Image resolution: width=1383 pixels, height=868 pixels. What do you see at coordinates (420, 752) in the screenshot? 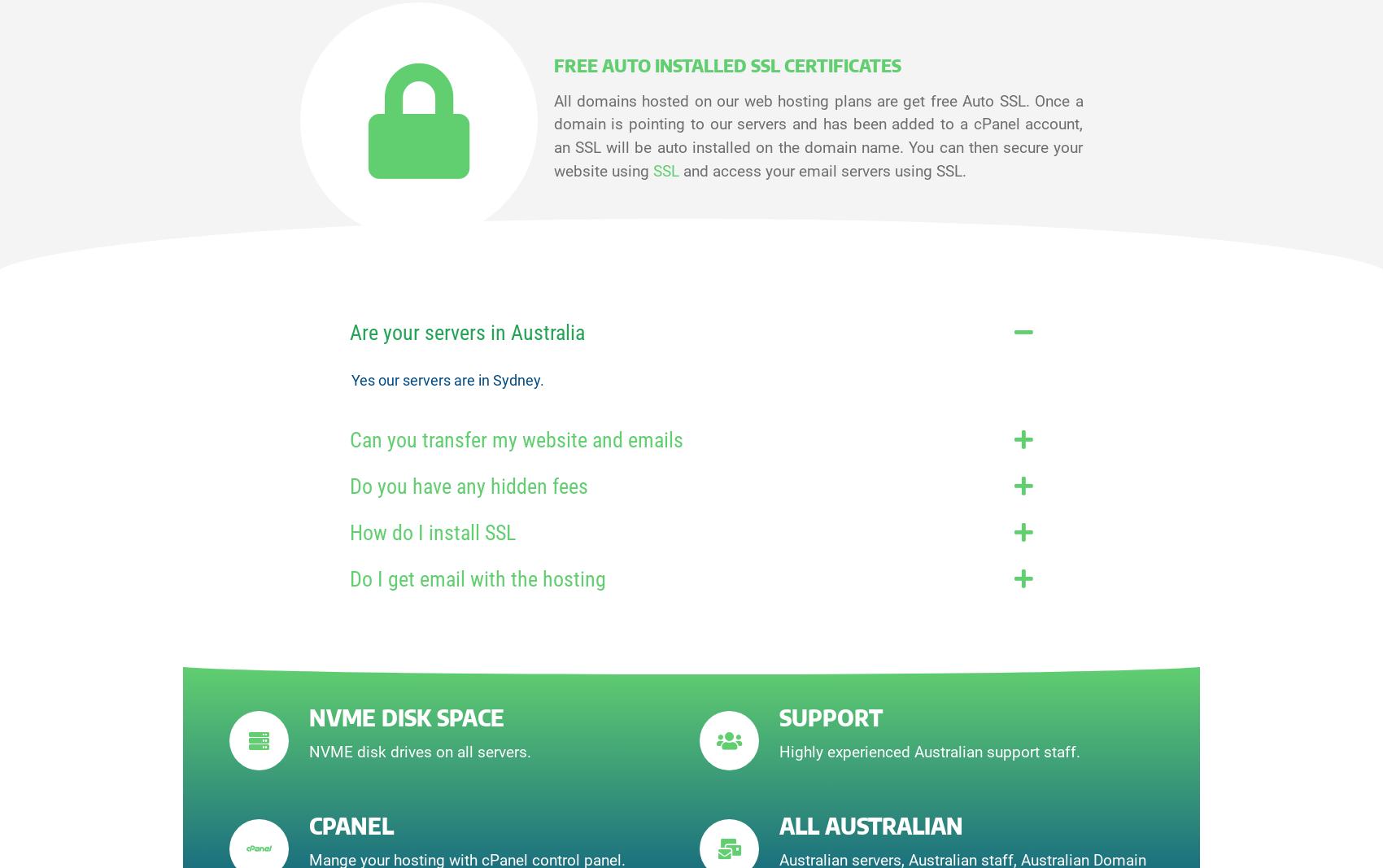
I see `'NVME disk drives on all servers.'` at bounding box center [420, 752].